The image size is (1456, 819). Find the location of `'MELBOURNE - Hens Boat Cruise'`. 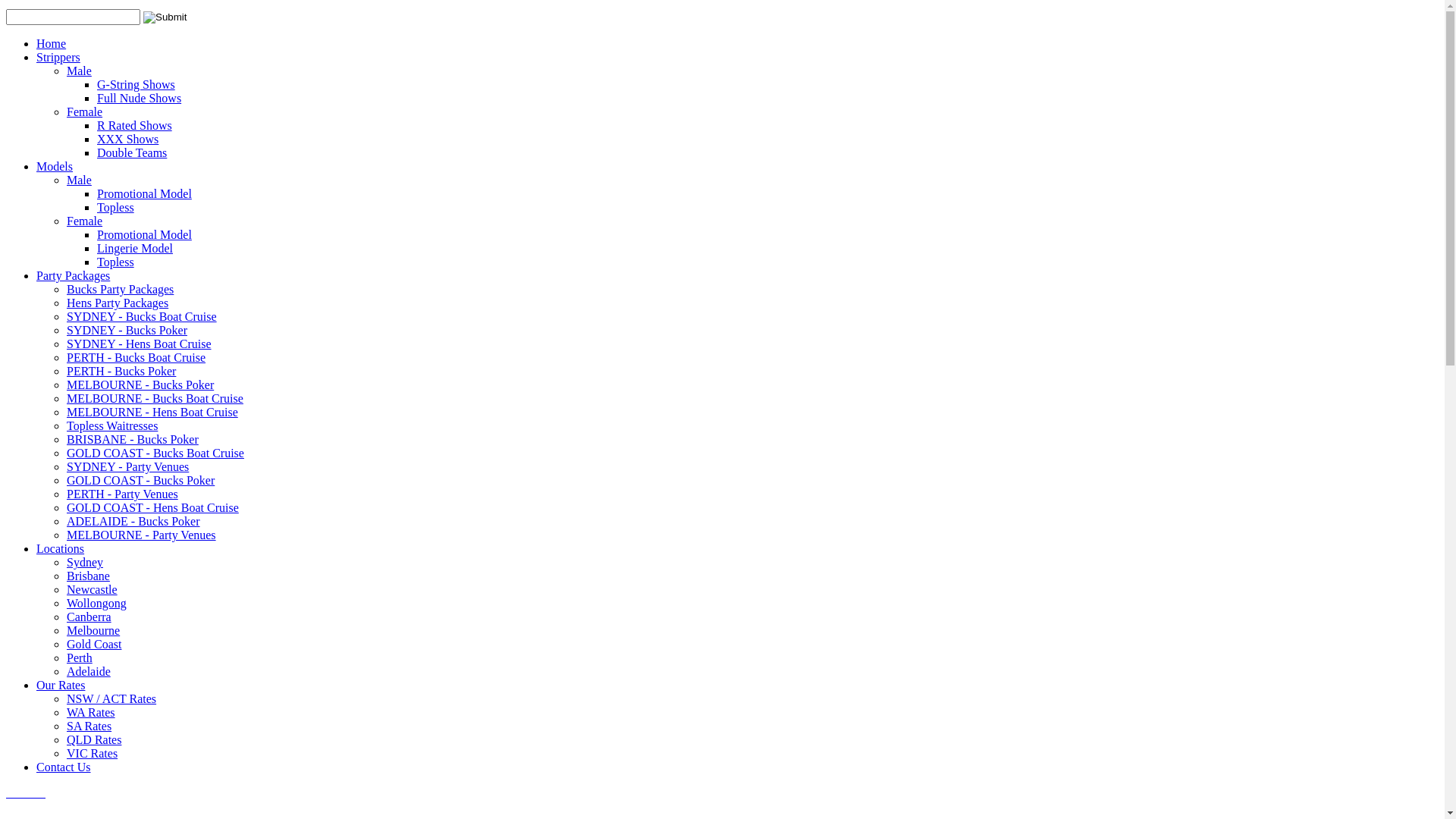

'MELBOURNE - Hens Boat Cruise' is located at coordinates (152, 412).